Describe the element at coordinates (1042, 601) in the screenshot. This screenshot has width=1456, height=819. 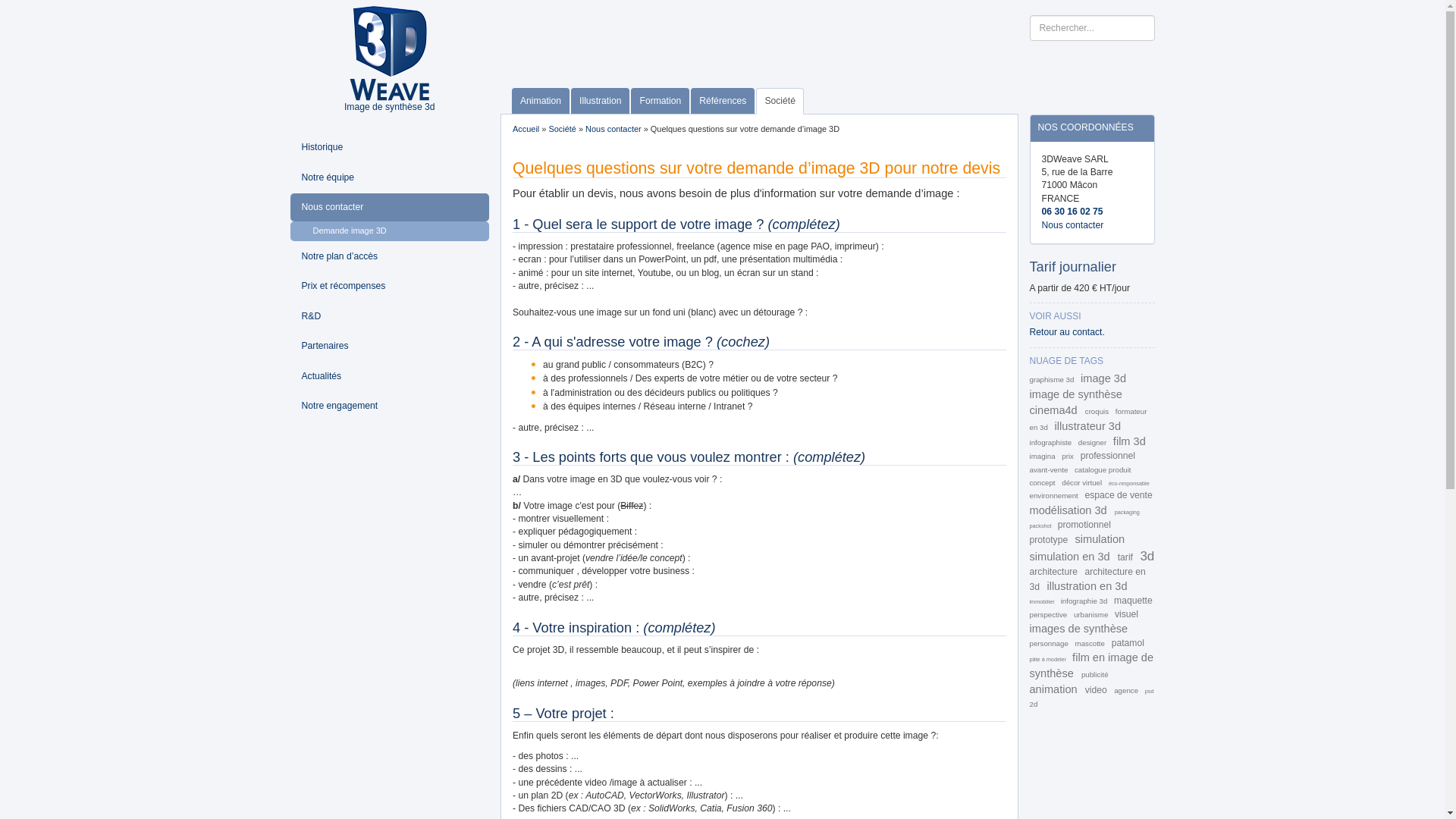
I see `'immobilier'` at that location.